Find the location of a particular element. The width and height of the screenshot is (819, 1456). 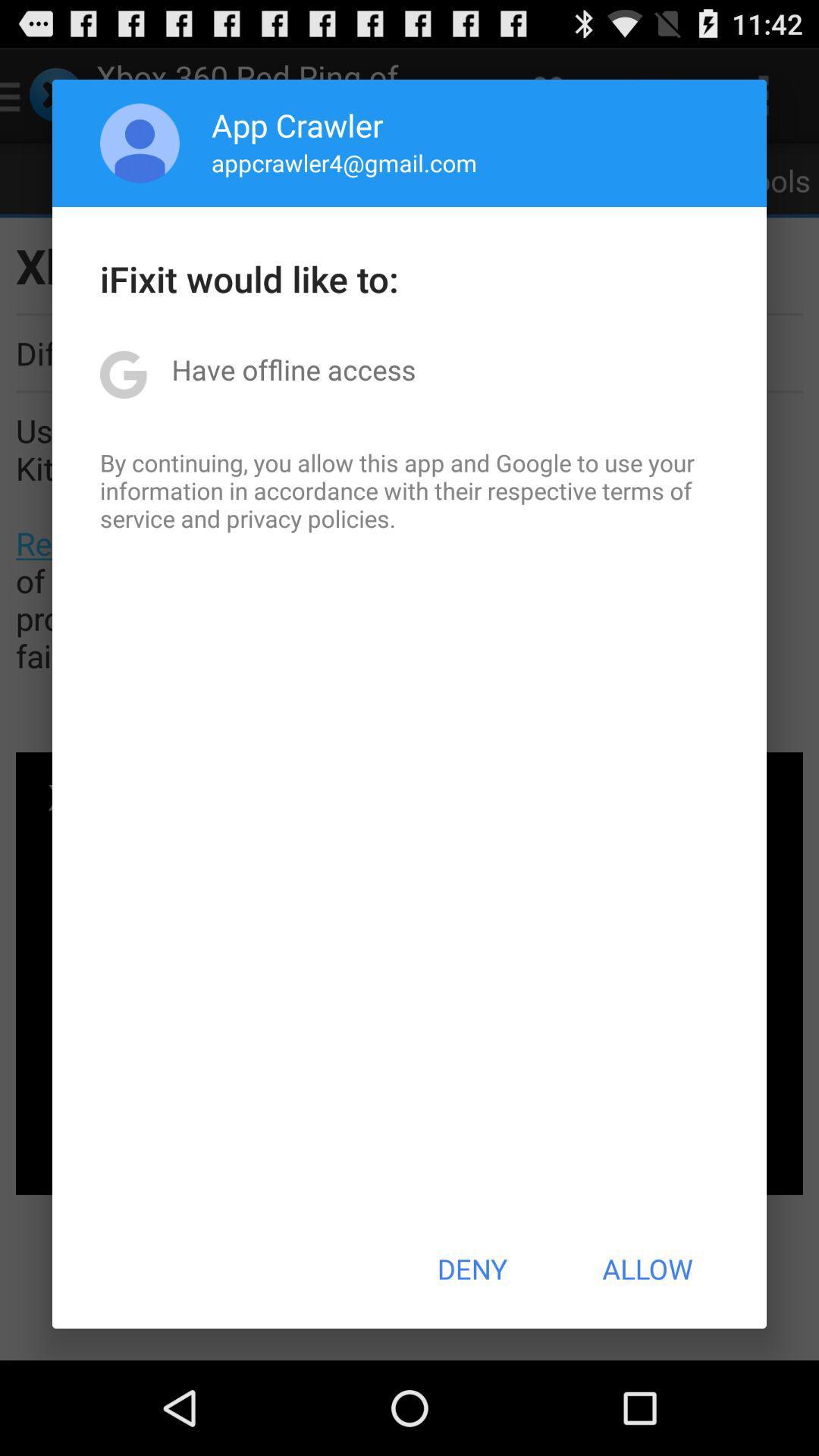

appcrawler4@gmail.com icon is located at coordinates (344, 162).